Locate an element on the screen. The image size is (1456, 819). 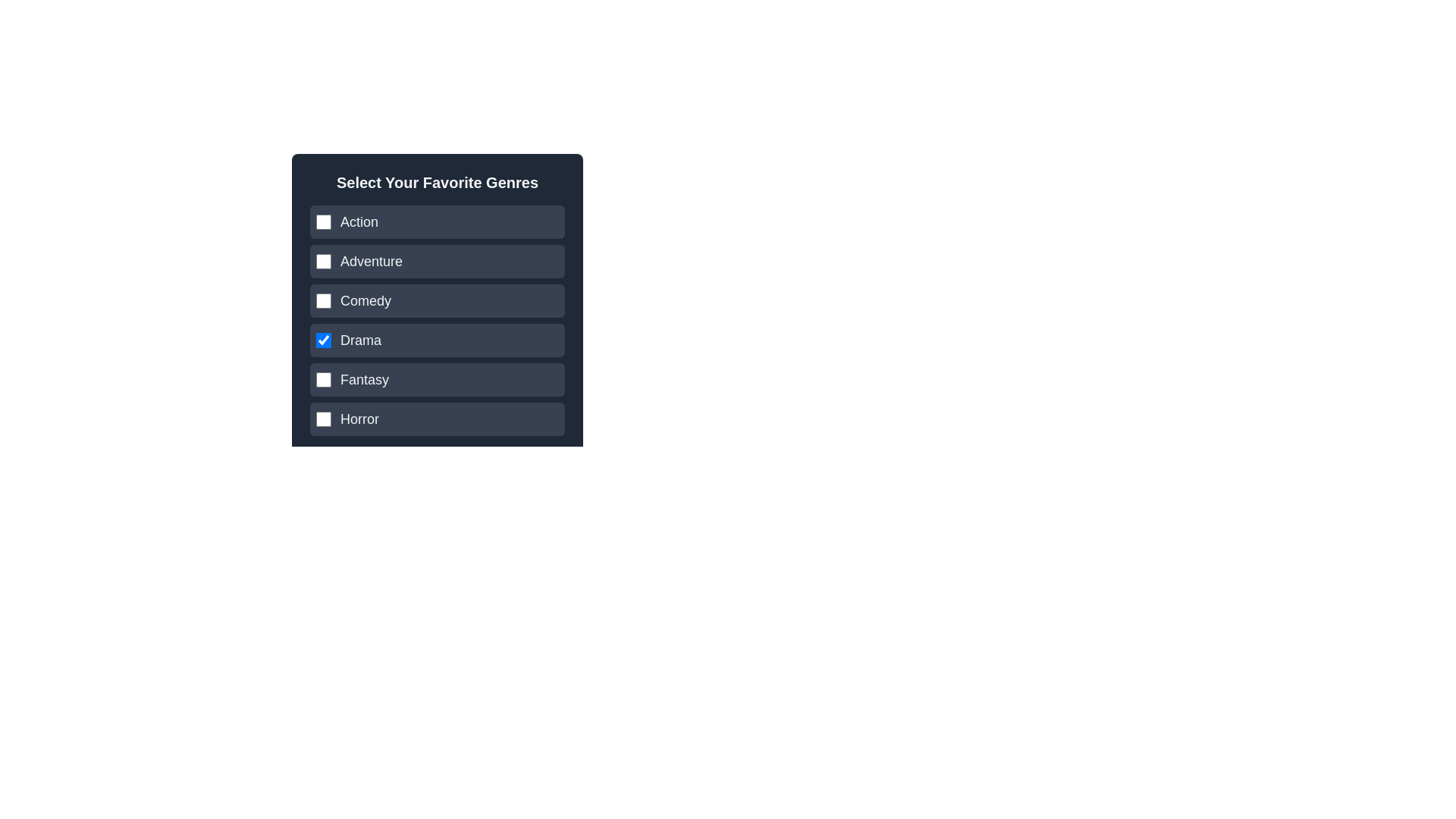
the checkbox labeled 'Horror' is located at coordinates (436, 419).